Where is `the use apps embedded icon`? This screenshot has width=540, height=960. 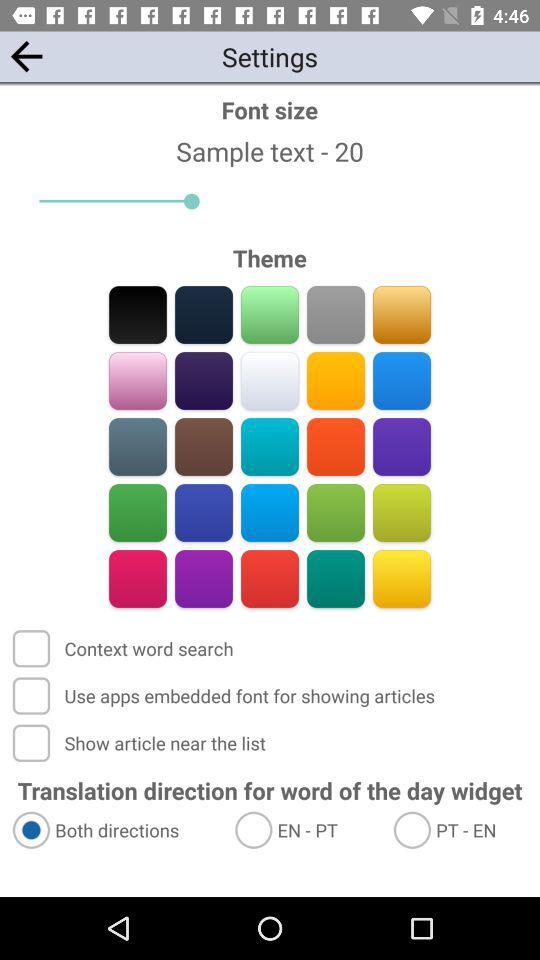 the use apps embedded icon is located at coordinates (225, 696).